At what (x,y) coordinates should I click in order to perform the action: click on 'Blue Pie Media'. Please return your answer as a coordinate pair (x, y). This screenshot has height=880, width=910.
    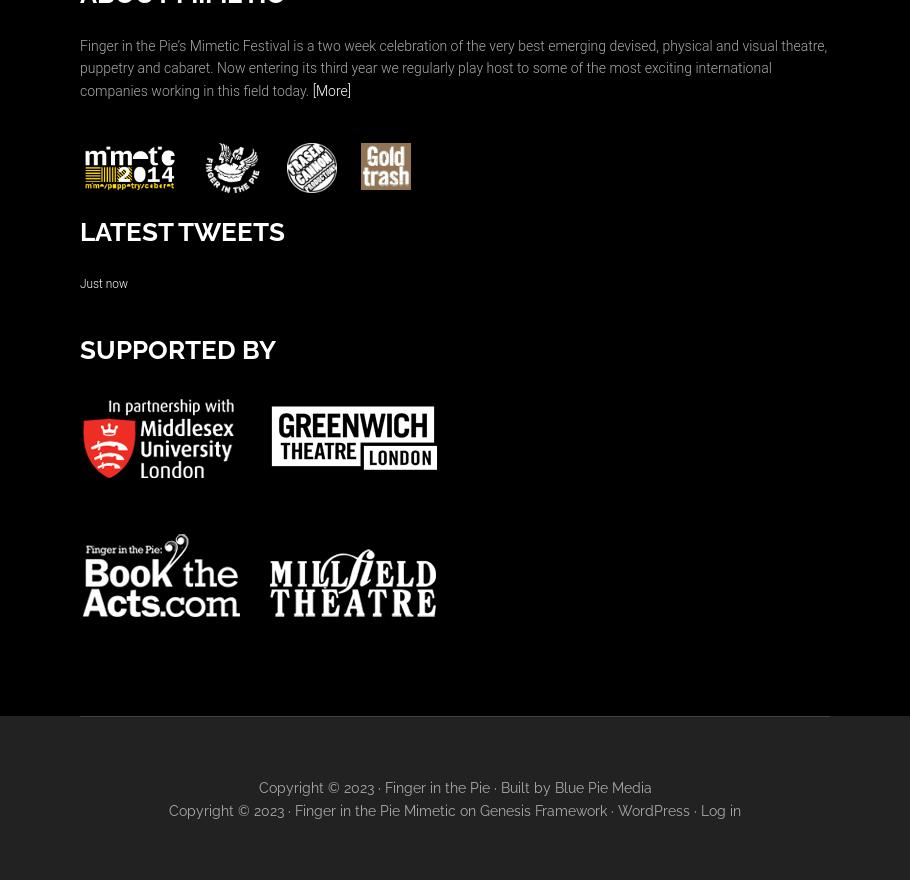
    Looking at the image, I should click on (601, 786).